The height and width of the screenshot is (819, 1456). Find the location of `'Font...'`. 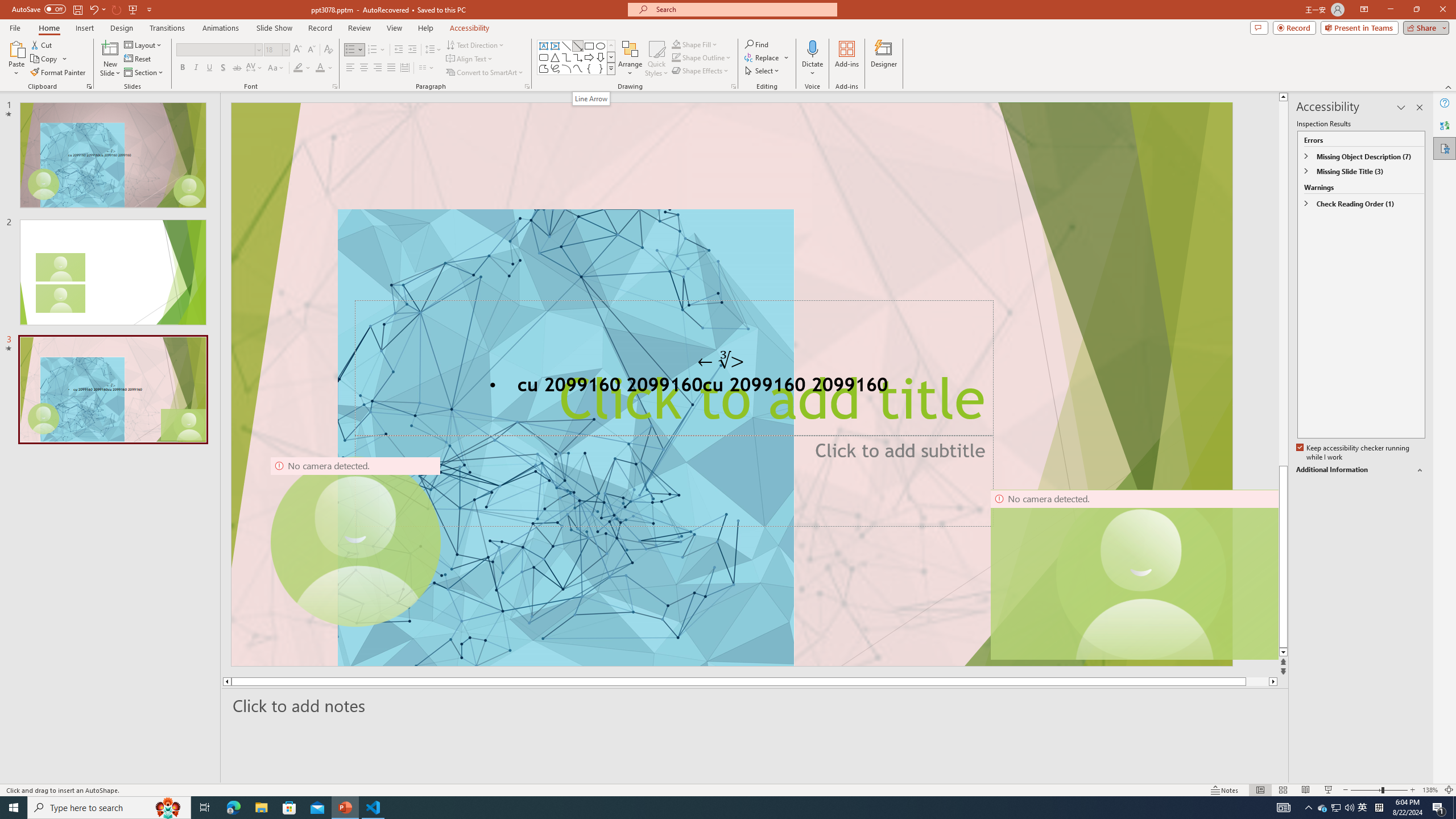

'Font...' is located at coordinates (334, 85).